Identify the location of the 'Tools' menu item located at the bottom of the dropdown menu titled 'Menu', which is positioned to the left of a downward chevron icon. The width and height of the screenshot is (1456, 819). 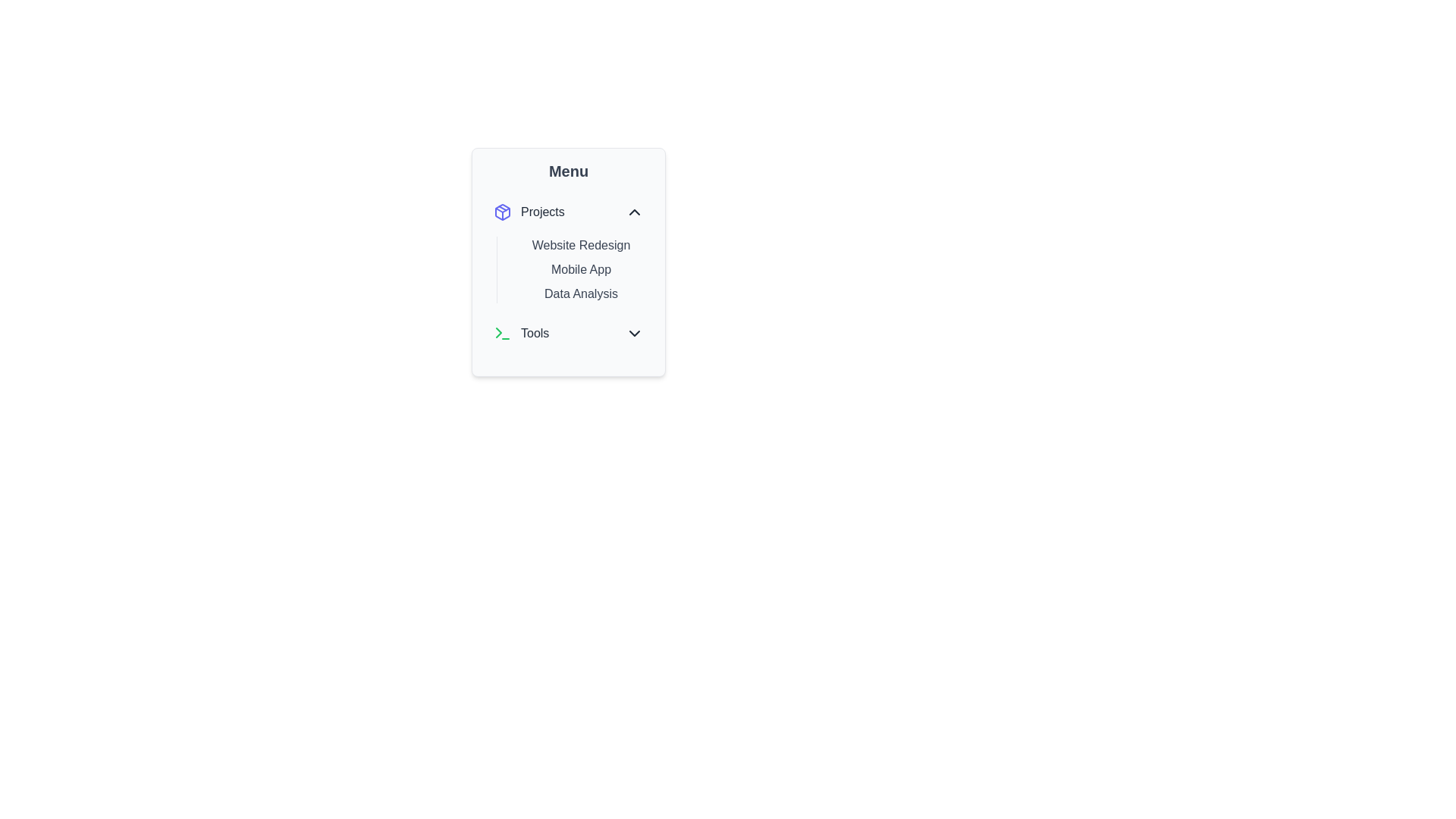
(521, 332).